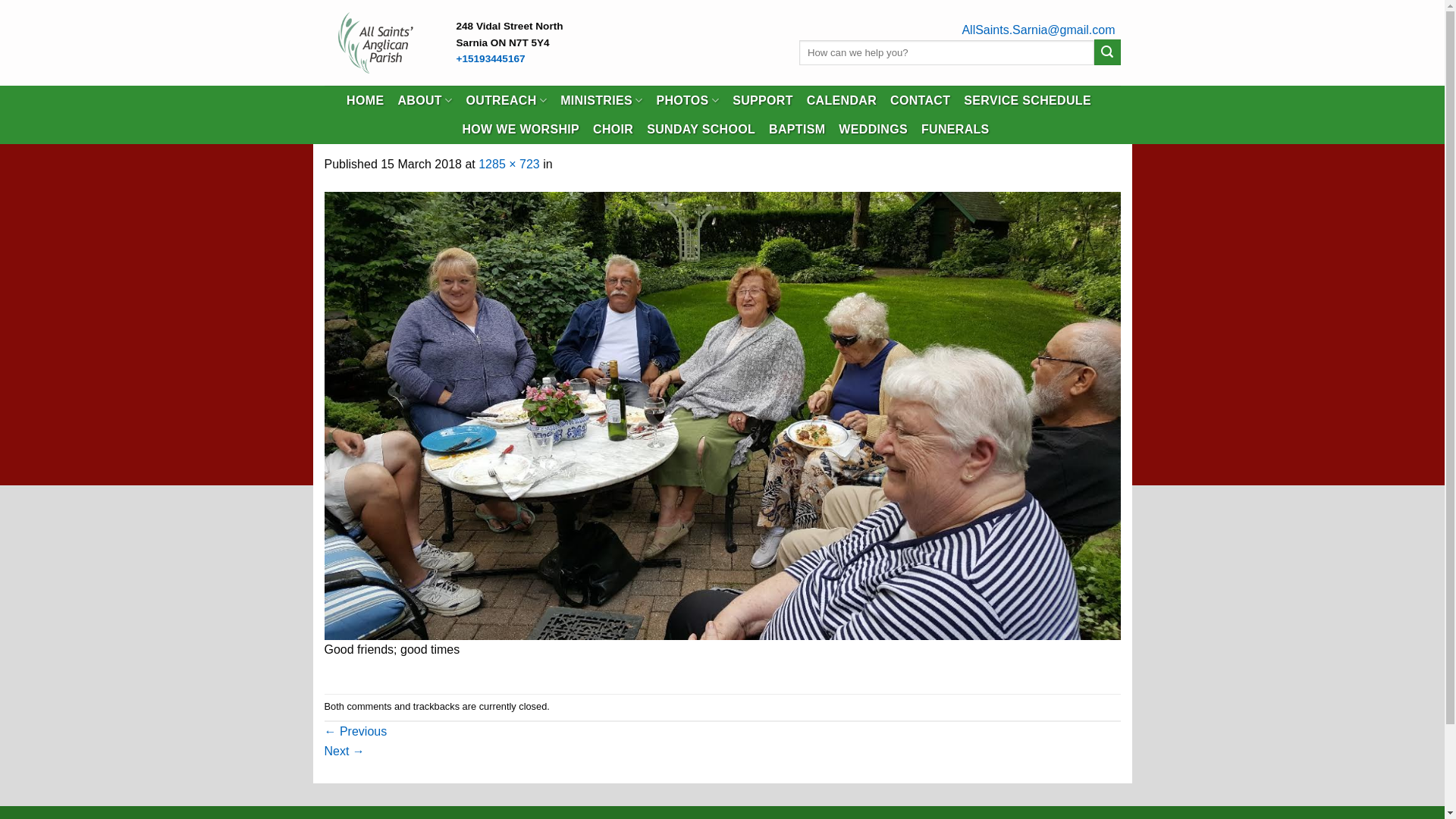 The width and height of the screenshot is (1456, 819). What do you see at coordinates (455, 58) in the screenshot?
I see `'+15193445167'` at bounding box center [455, 58].